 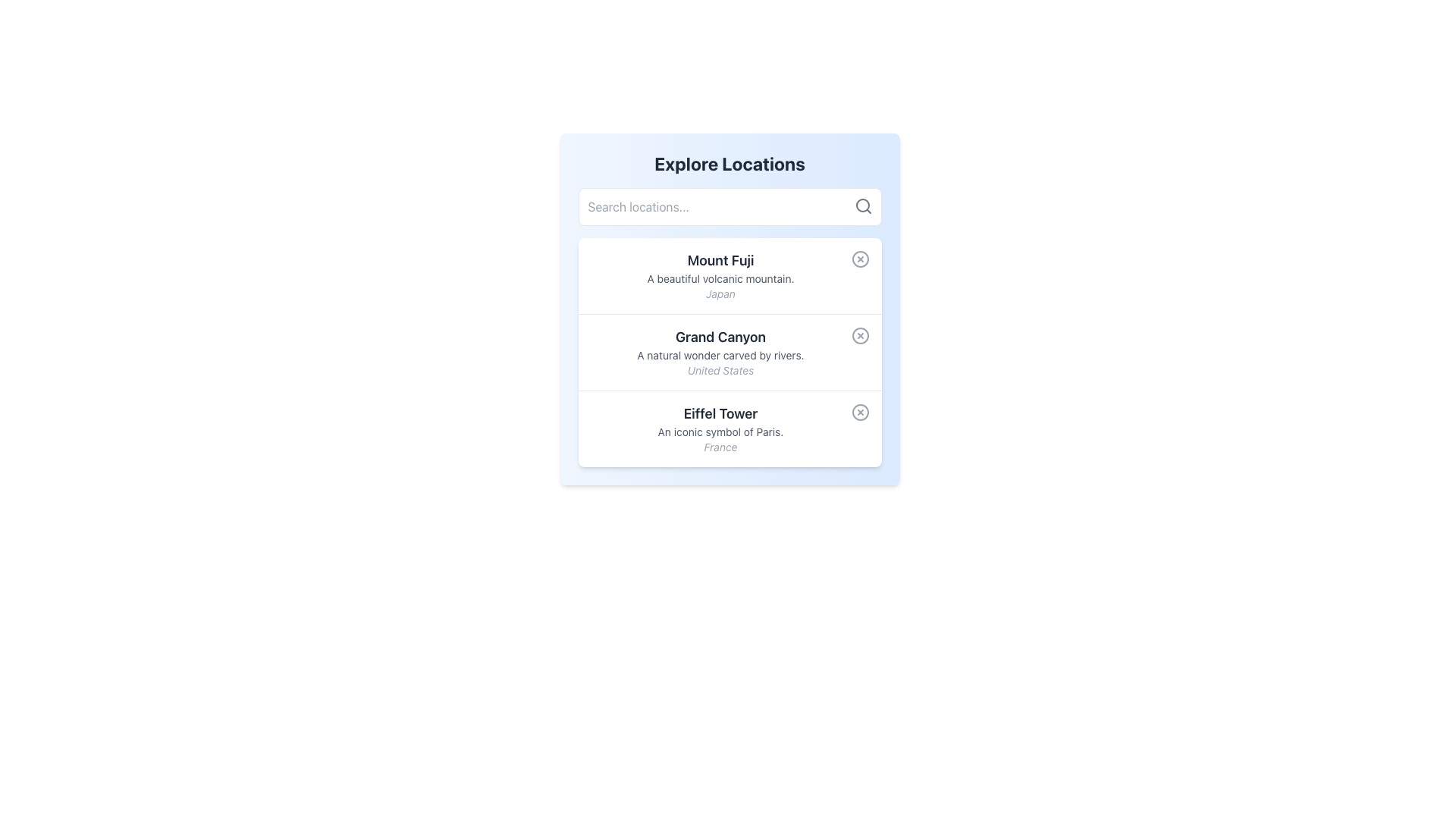 I want to click on the first list item in the 'Explore Locations' card that describes 'Mount Fuji', so click(x=720, y=275).